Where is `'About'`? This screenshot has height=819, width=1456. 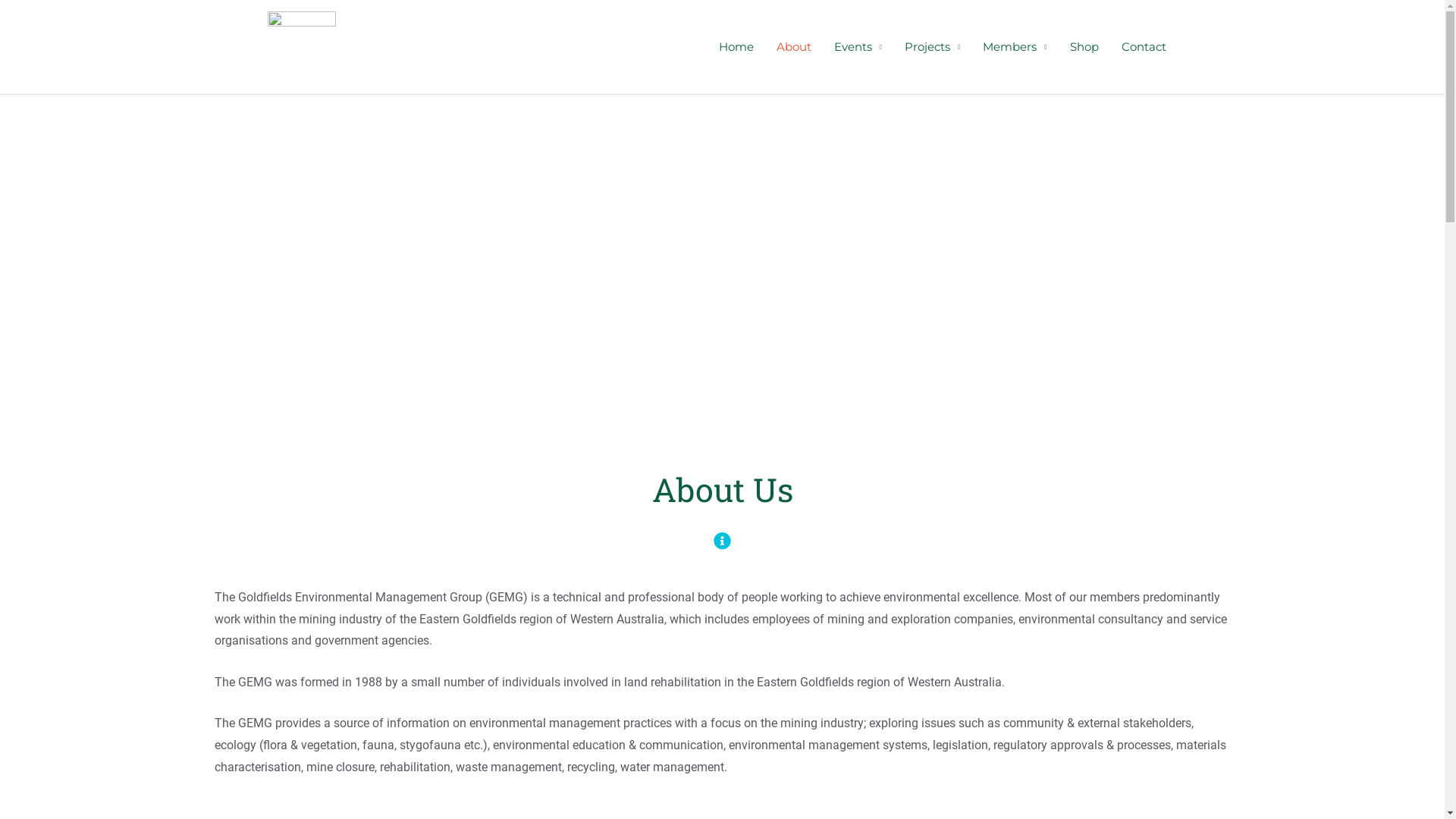
'About' is located at coordinates (764, 45).